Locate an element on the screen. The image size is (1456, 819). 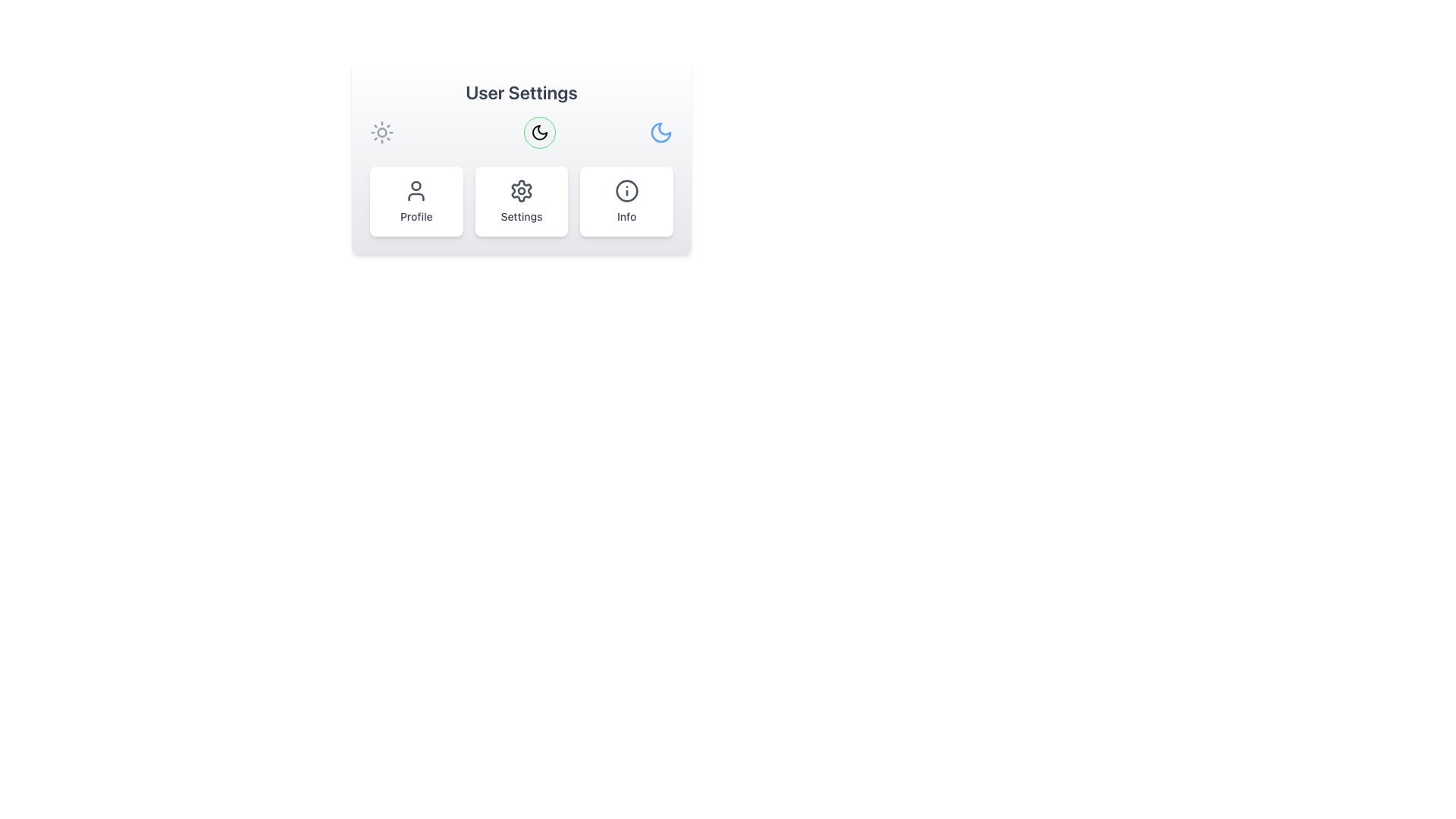
the Settings Icon Button located between the Profile and Info icons is located at coordinates (521, 190).